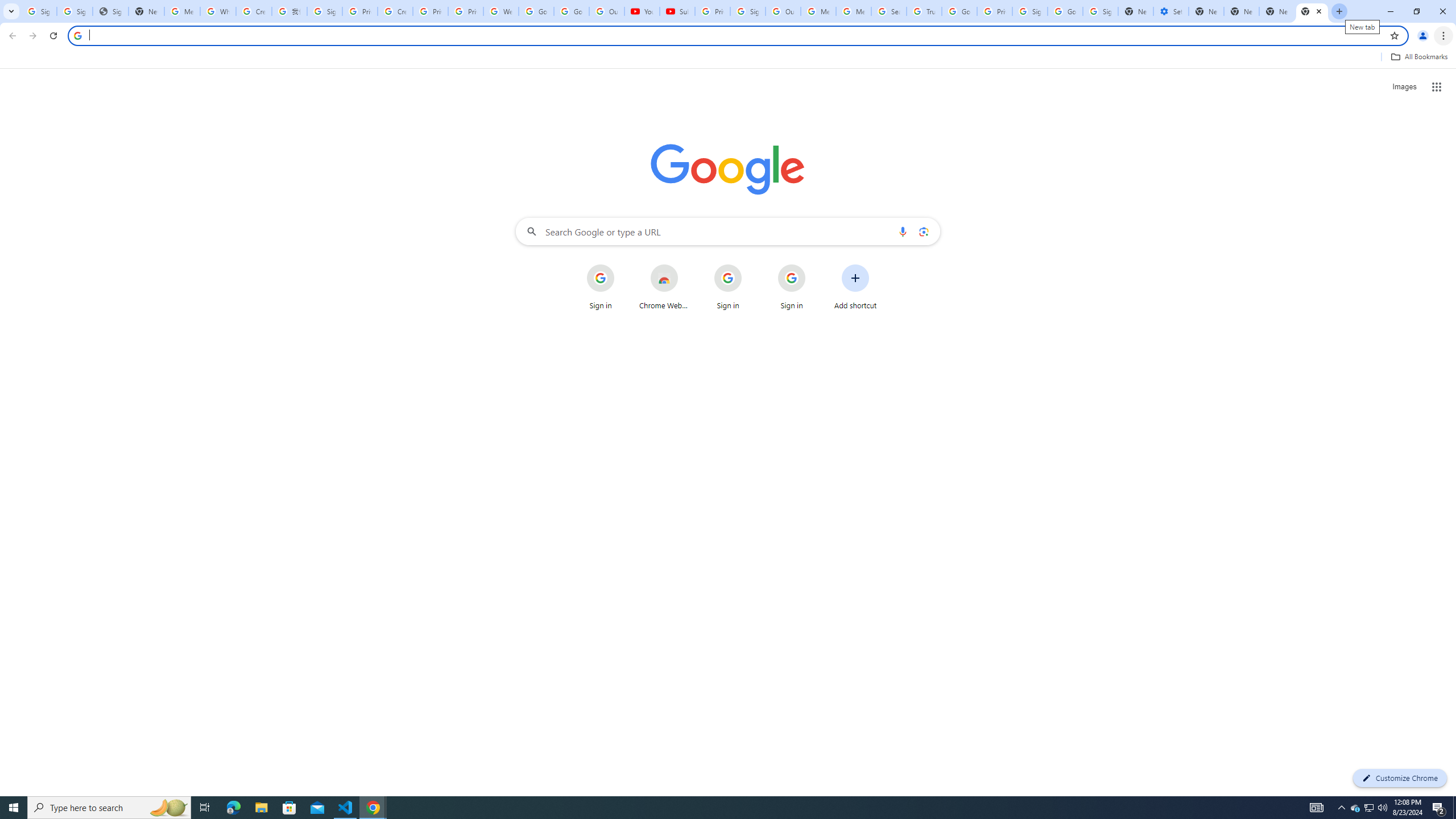 The height and width of the screenshot is (819, 1456). Describe the element at coordinates (642, 11) in the screenshot. I see `'YouTube'` at that location.